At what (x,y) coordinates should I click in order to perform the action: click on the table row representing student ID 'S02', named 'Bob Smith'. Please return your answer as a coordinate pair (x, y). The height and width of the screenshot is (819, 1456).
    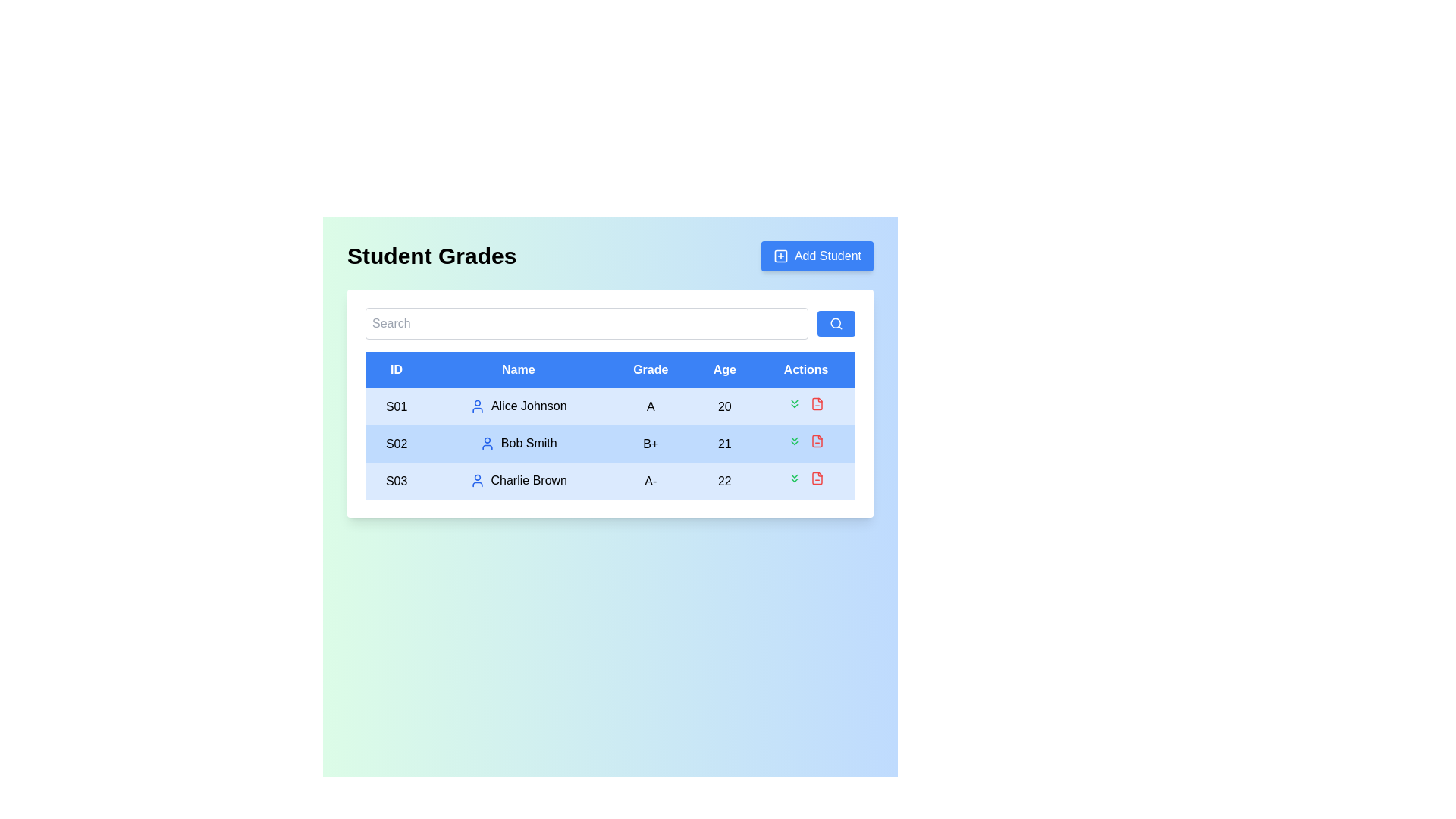
    Looking at the image, I should click on (610, 444).